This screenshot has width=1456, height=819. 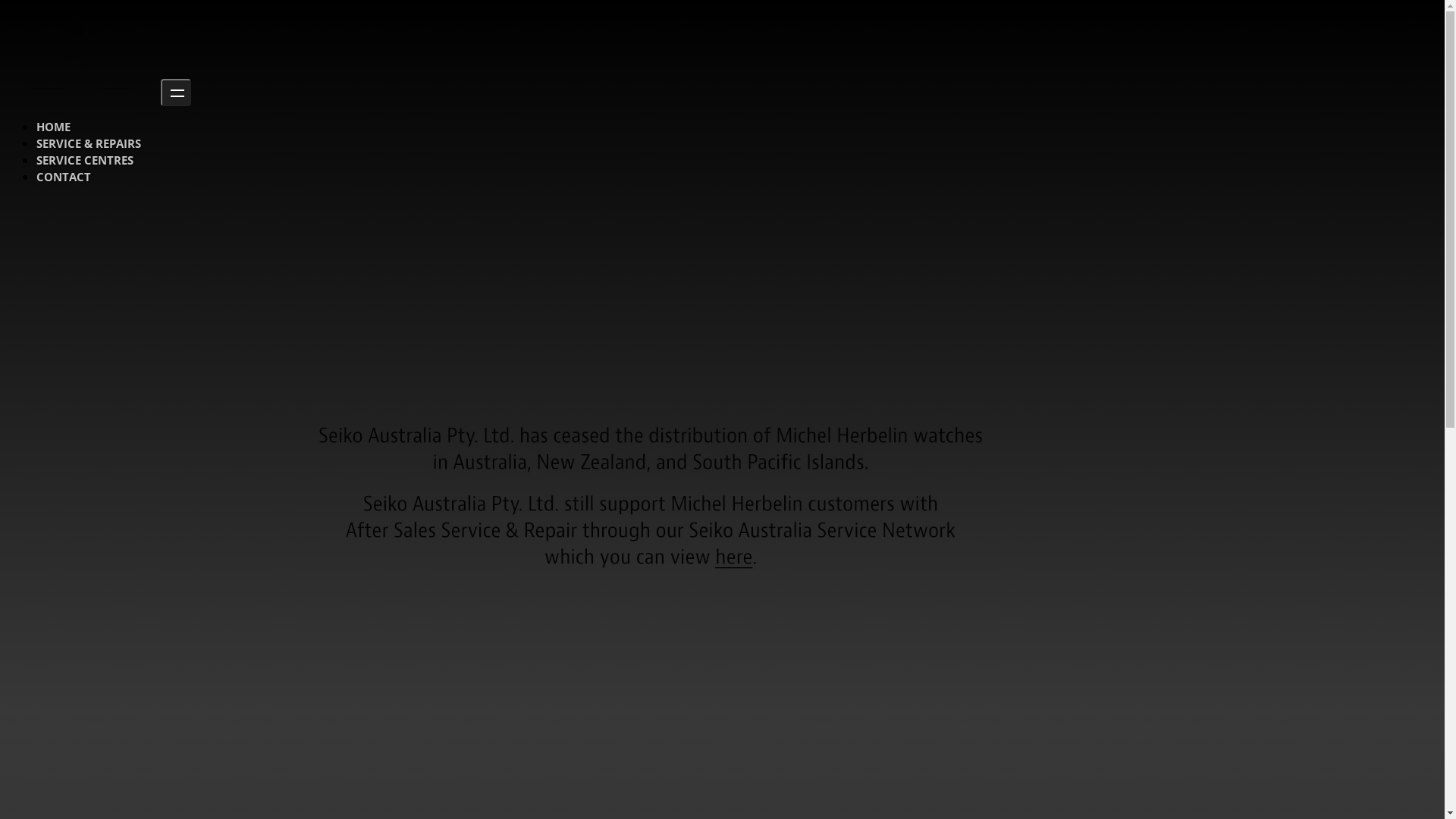 What do you see at coordinates (87, 143) in the screenshot?
I see `'SERVICE & REPAIRS'` at bounding box center [87, 143].